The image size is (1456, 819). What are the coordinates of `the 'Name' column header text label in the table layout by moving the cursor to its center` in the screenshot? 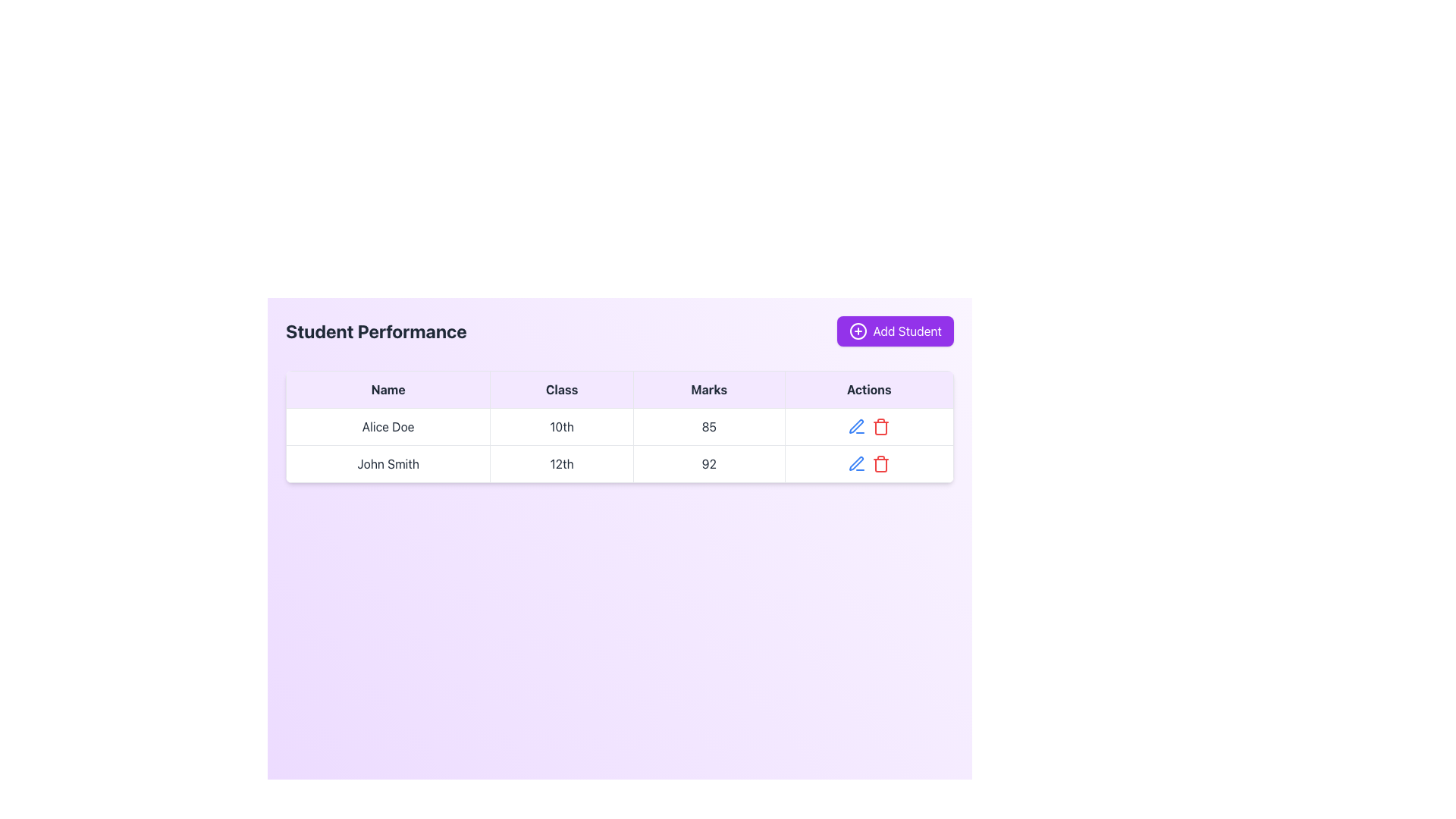 It's located at (388, 388).